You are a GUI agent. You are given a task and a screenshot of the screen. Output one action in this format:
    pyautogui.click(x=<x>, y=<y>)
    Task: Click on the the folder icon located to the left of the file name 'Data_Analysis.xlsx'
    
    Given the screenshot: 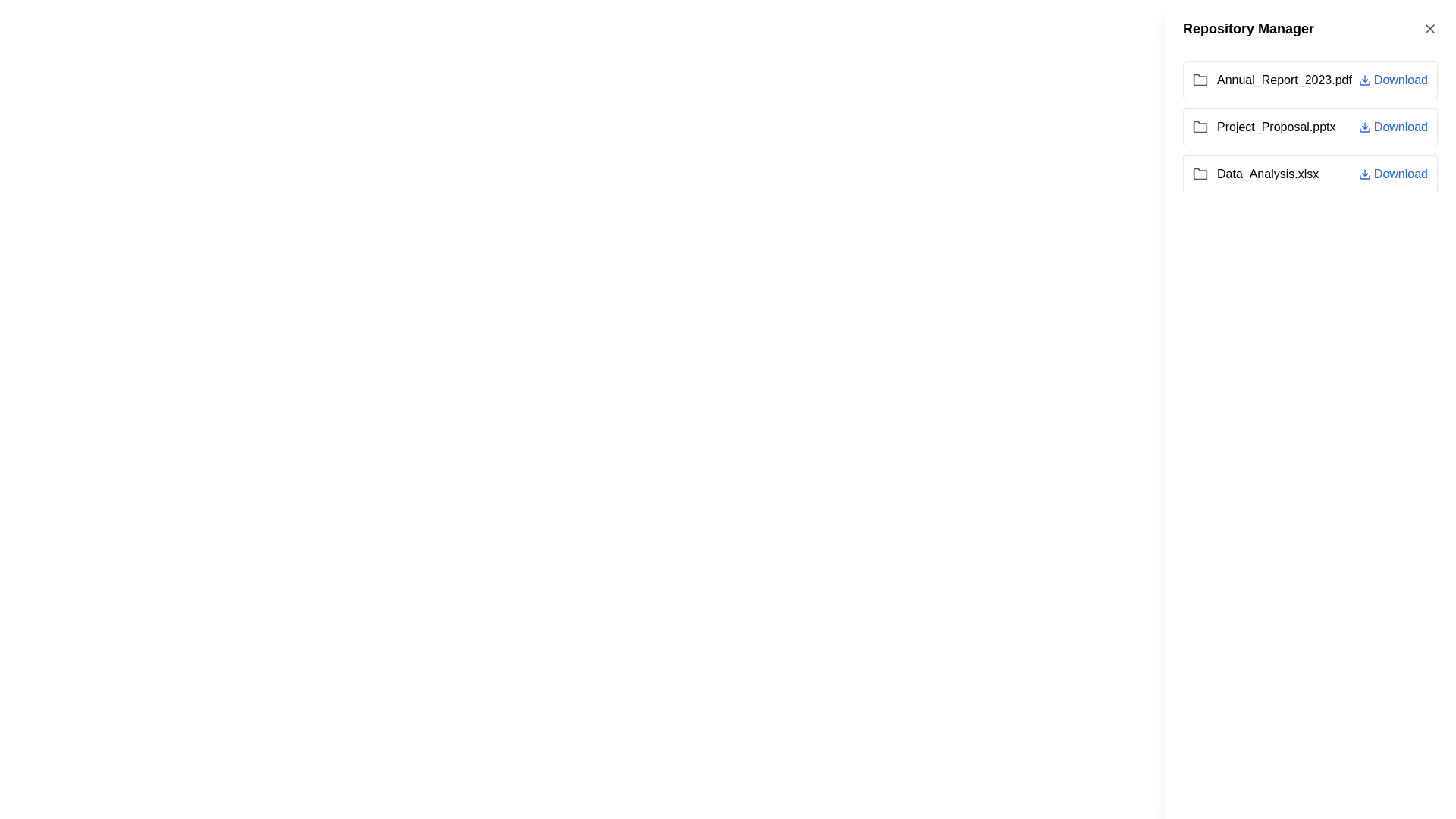 What is the action you would take?
    pyautogui.click(x=1200, y=172)
    